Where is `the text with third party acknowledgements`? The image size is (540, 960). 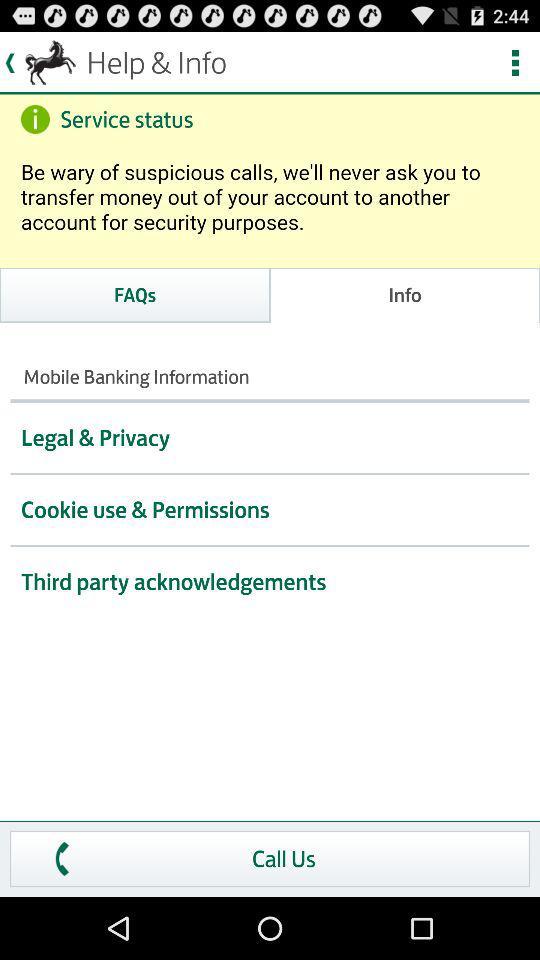
the text with third party acknowledgements is located at coordinates (270, 582).